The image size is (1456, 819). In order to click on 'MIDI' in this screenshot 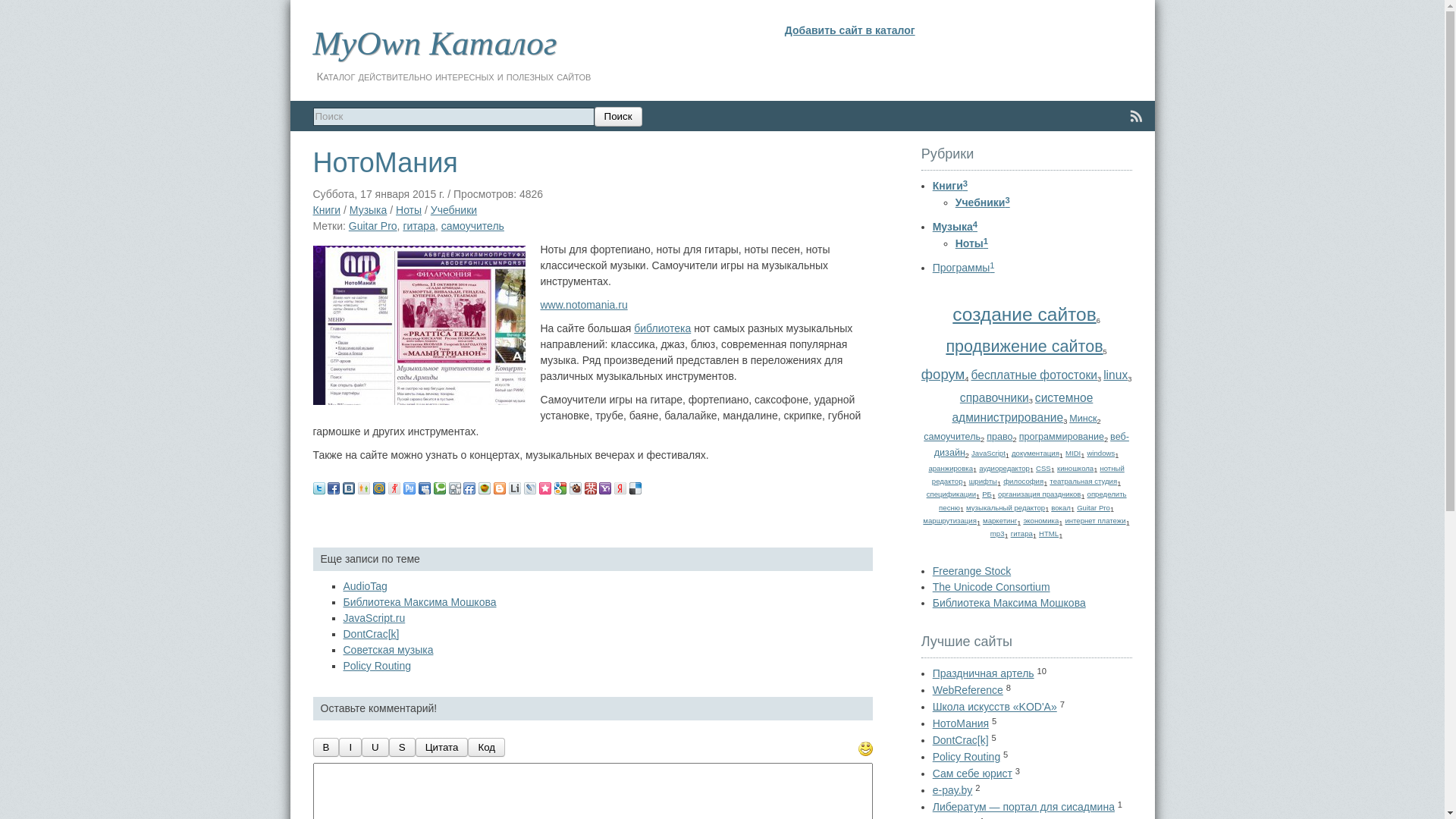, I will do `click(1065, 452)`.